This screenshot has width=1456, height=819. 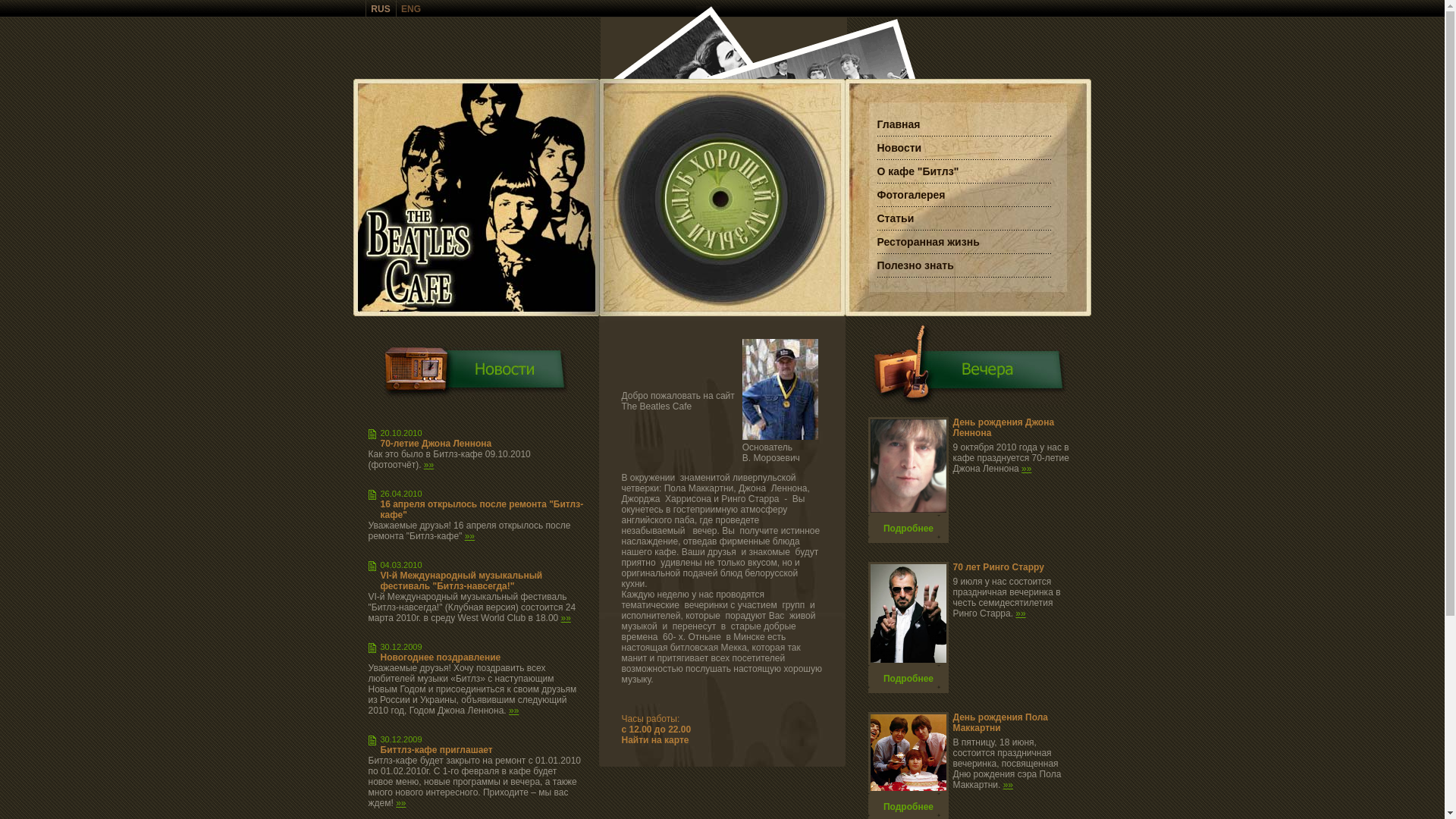 I want to click on '20.10.2010', so click(x=381, y=432).